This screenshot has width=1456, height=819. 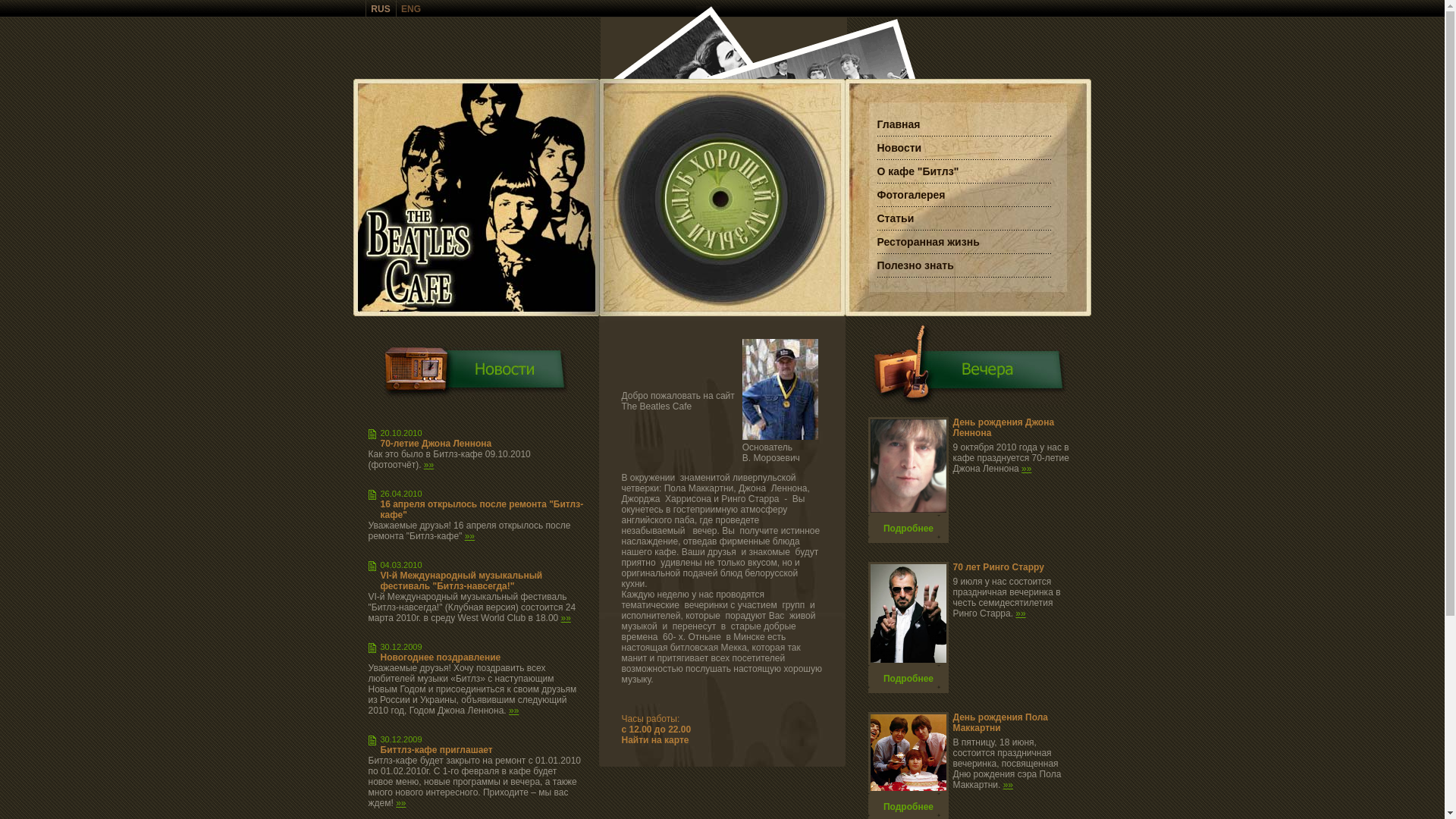 I want to click on '20.10.2010', so click(x=381, y=432).